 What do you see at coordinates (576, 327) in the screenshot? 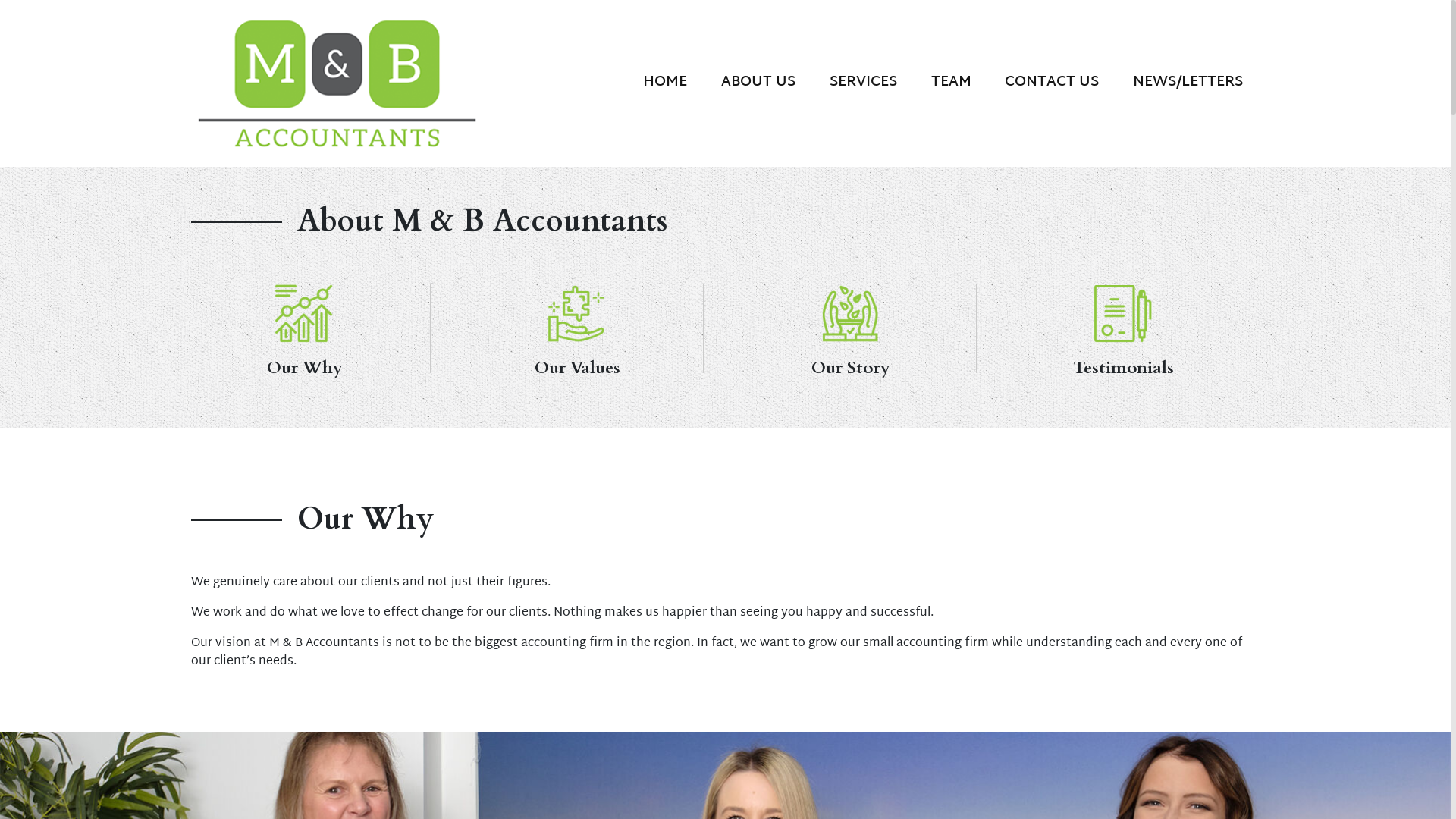
I see `'Our Values'` at bounding box center [576, 327].